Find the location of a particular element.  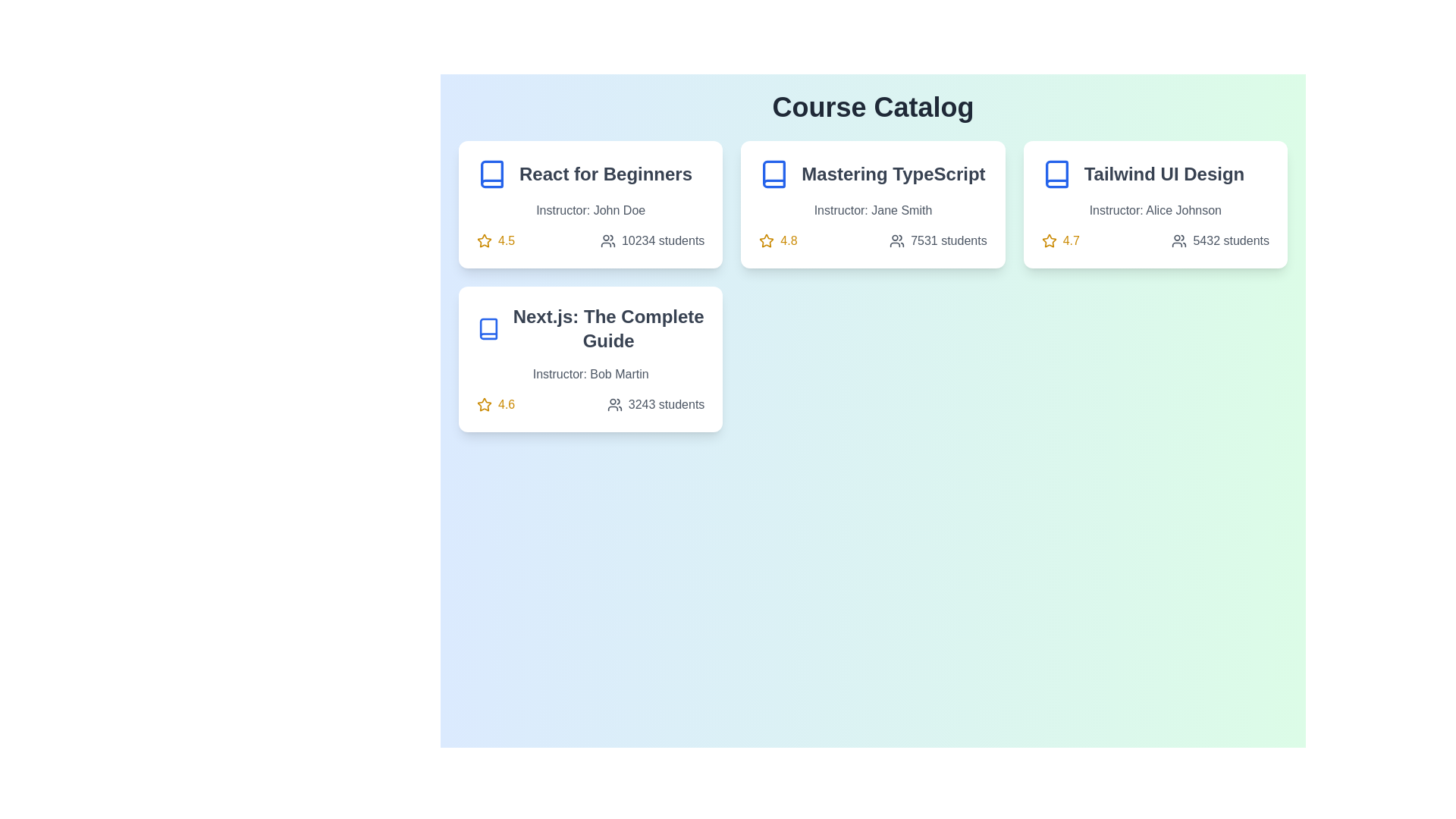

the golden star icon with a hollow center, which denotes ratings for the course 'Next.js: The Complete Guide.' is located at coordinates (483, 240).